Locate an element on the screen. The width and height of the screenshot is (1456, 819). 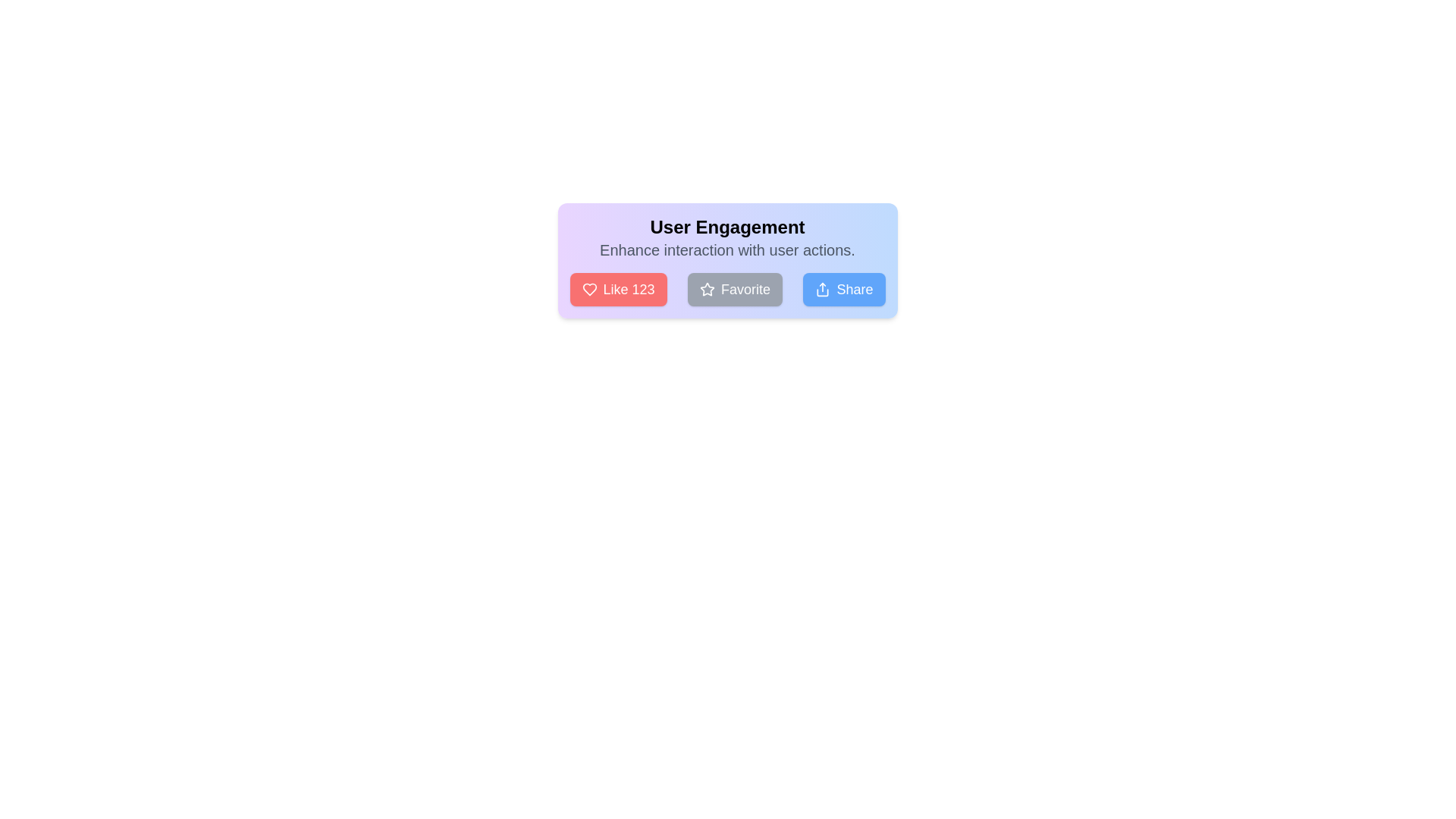
the heart-shaped icon outlined in white on the red 'Like 123' button, which is the first icon in the button group at the bottom of the panel is located at coordinates (588, 289).